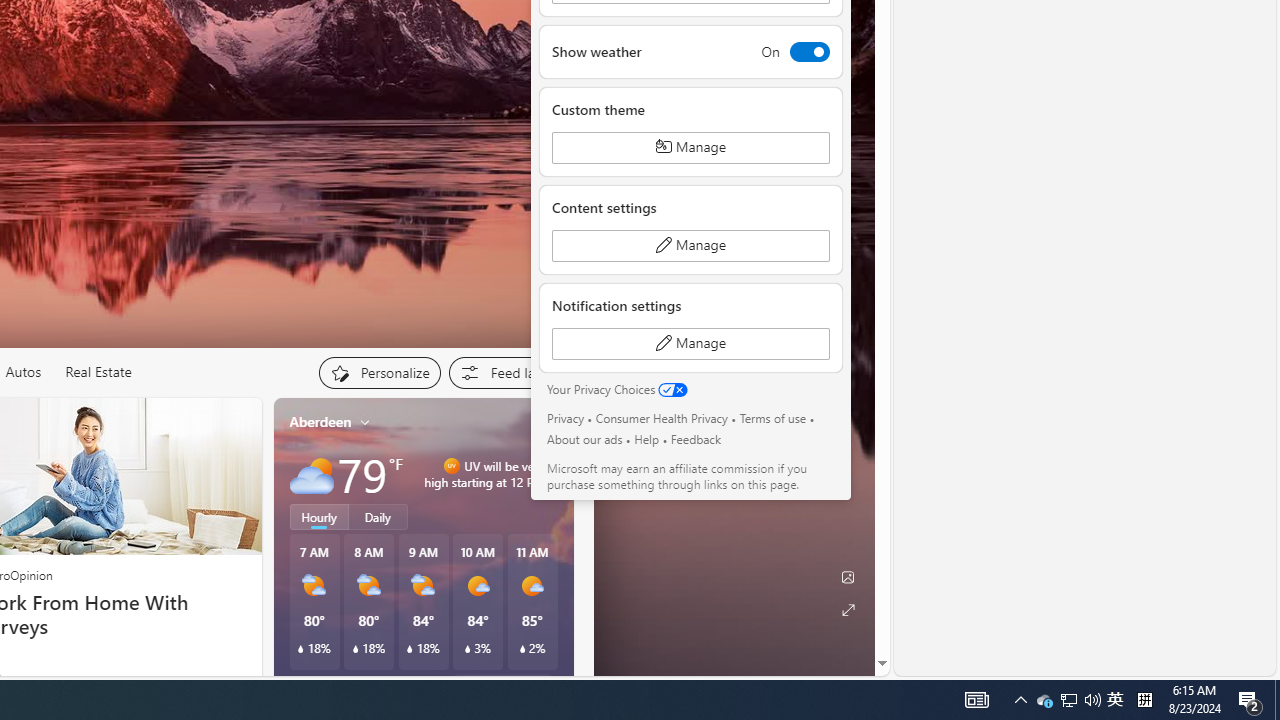  I want to click on 'Autos', so click(23, 371).